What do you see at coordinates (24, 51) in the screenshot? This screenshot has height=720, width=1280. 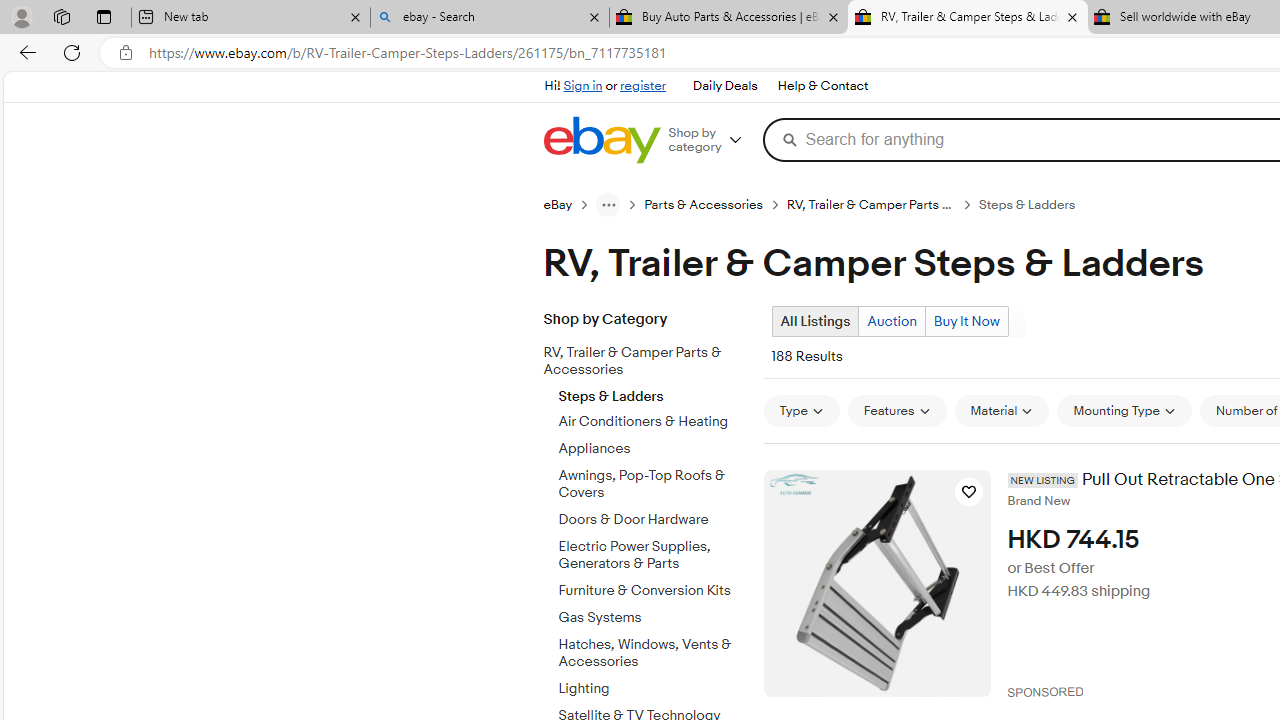 I see `'Back'` at bounding box center [24, 51].